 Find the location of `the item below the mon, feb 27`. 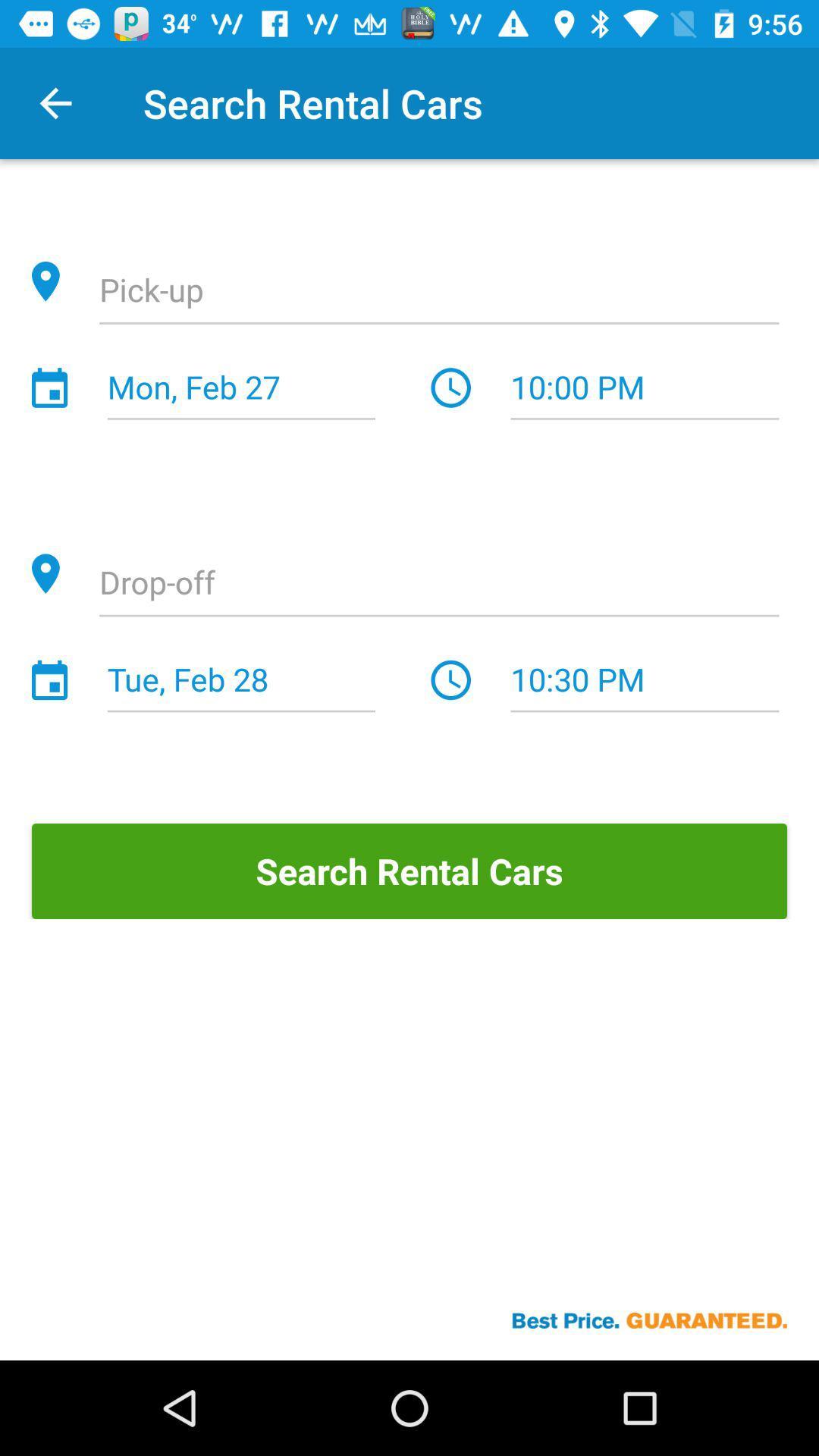

the item below the mon, feb 27 is located at coordinates (439, 584).